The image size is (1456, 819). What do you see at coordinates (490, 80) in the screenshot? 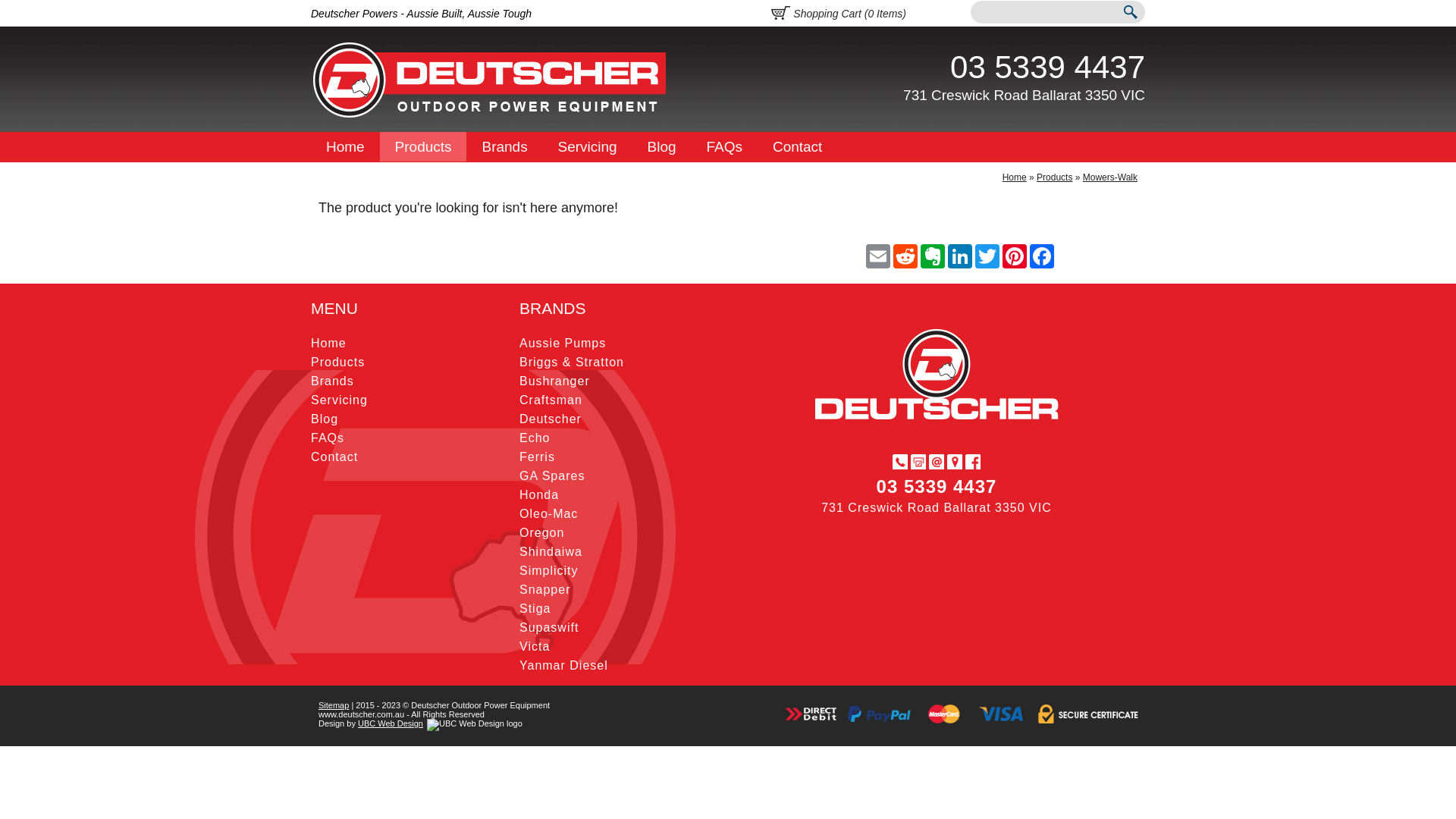
I see `'Deutscher Outdoor Power Equipment'` at bounding box center [490, 80].